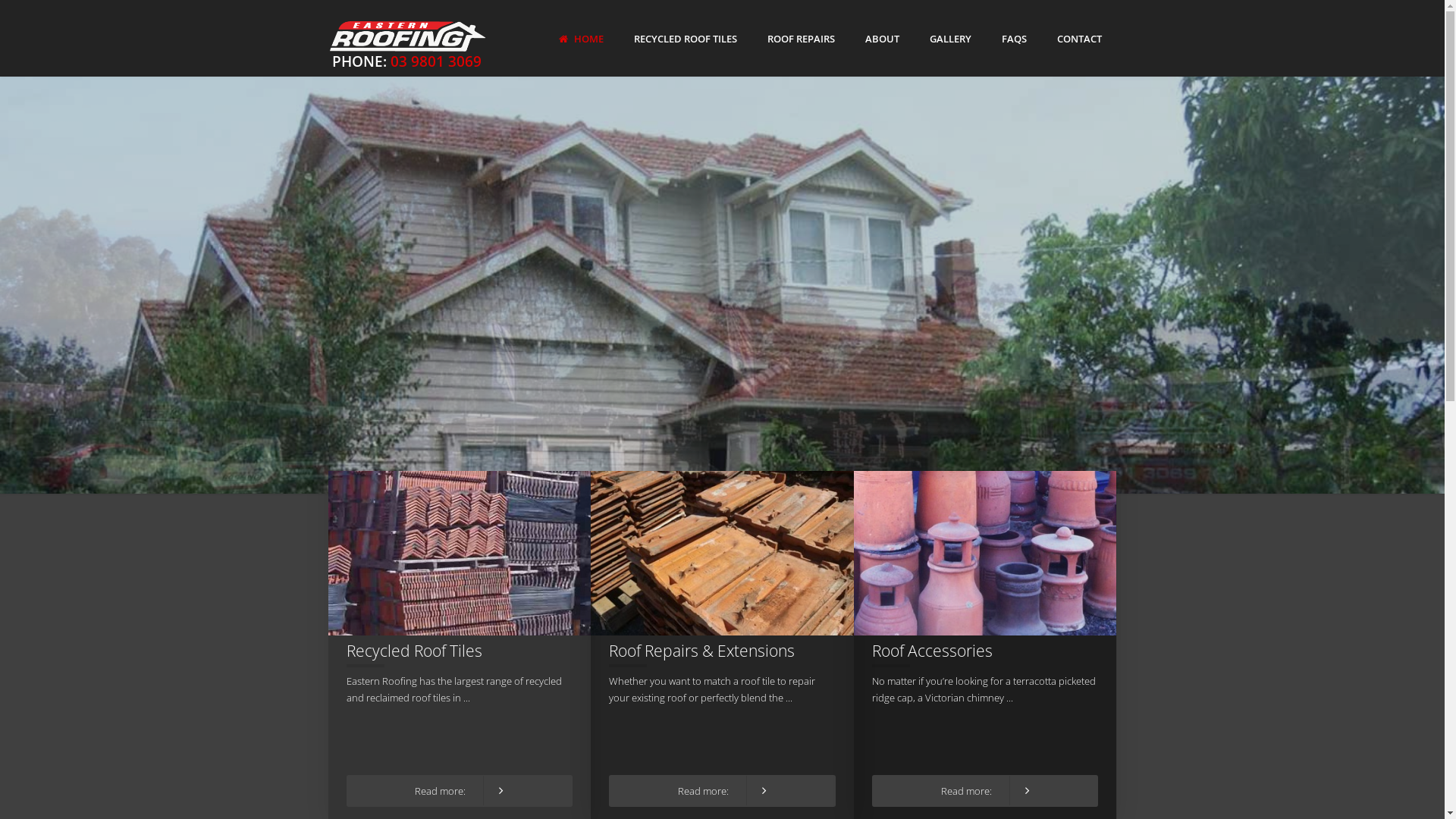  I want to click on 'Read more:', so click(345, 789).